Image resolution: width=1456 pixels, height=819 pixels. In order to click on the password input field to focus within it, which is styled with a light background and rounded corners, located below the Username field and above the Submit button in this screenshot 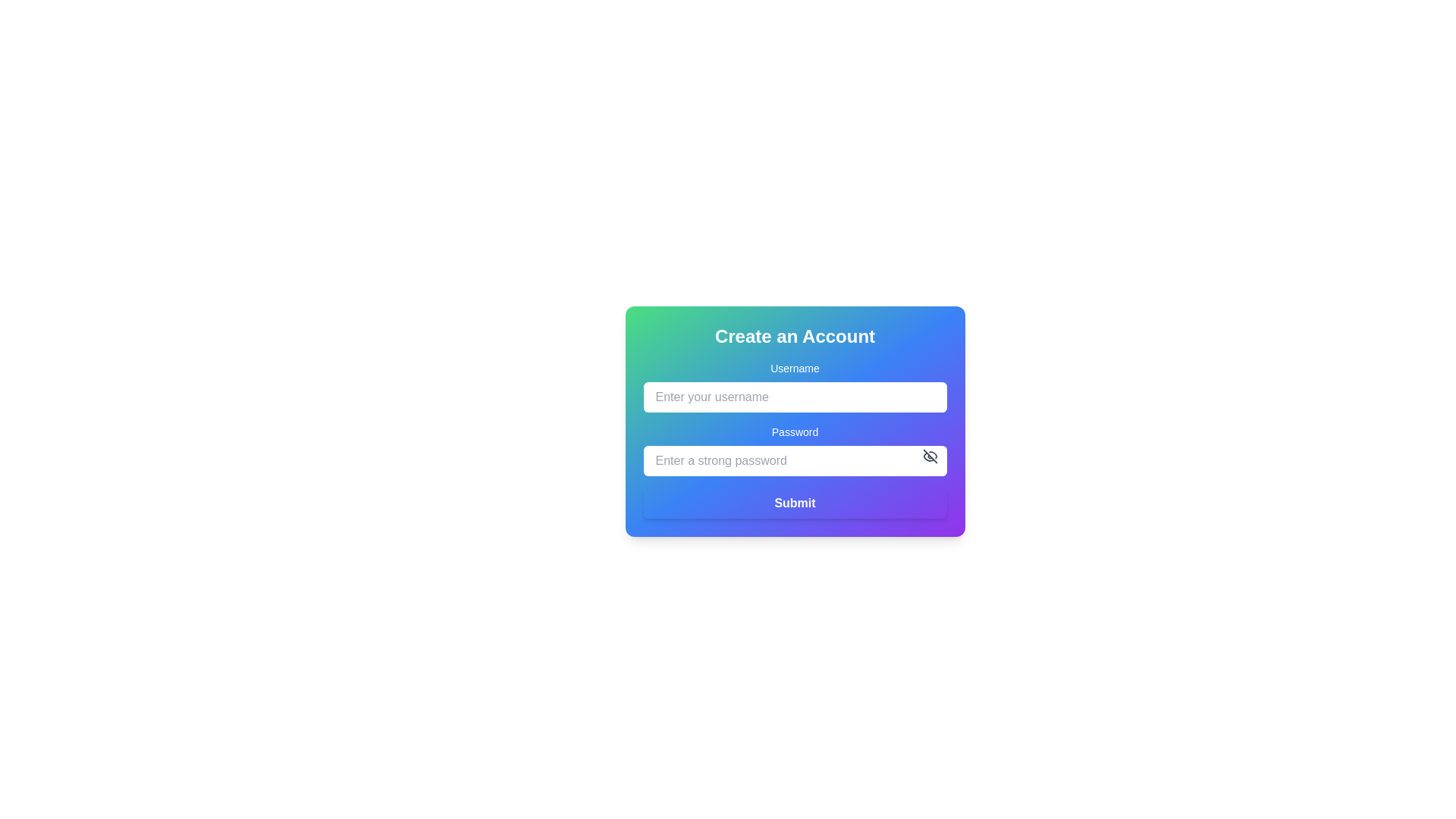, I will do `click(794, 450)`.